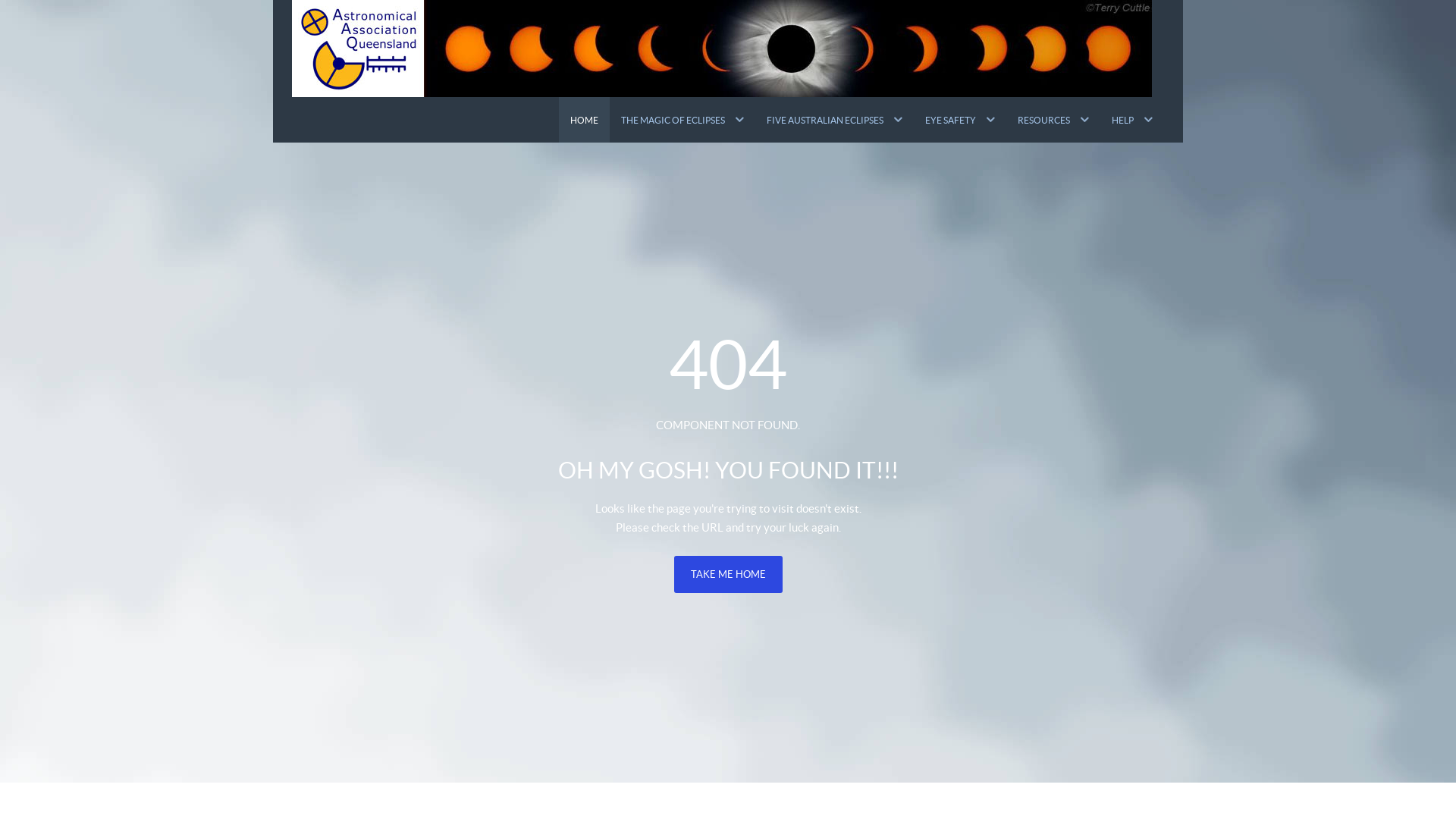  Describe the element at coordinates (1100, 119) in the screenshot. I see `'HELP'` at that location.